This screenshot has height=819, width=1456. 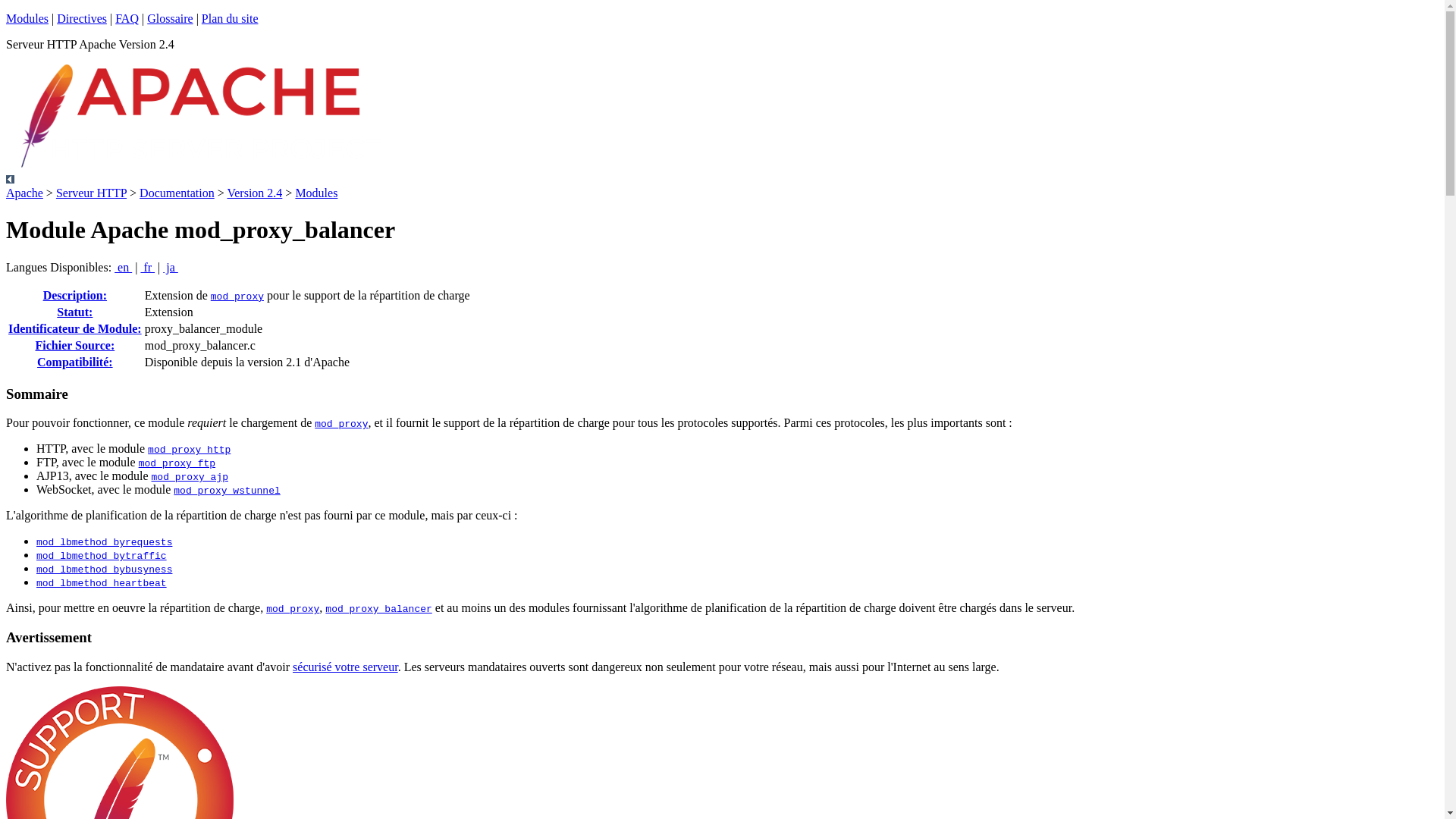 What do you see at coordinates (6, 178) in the screenshot?
I see `'<-'` at bounding box center [6, 178].